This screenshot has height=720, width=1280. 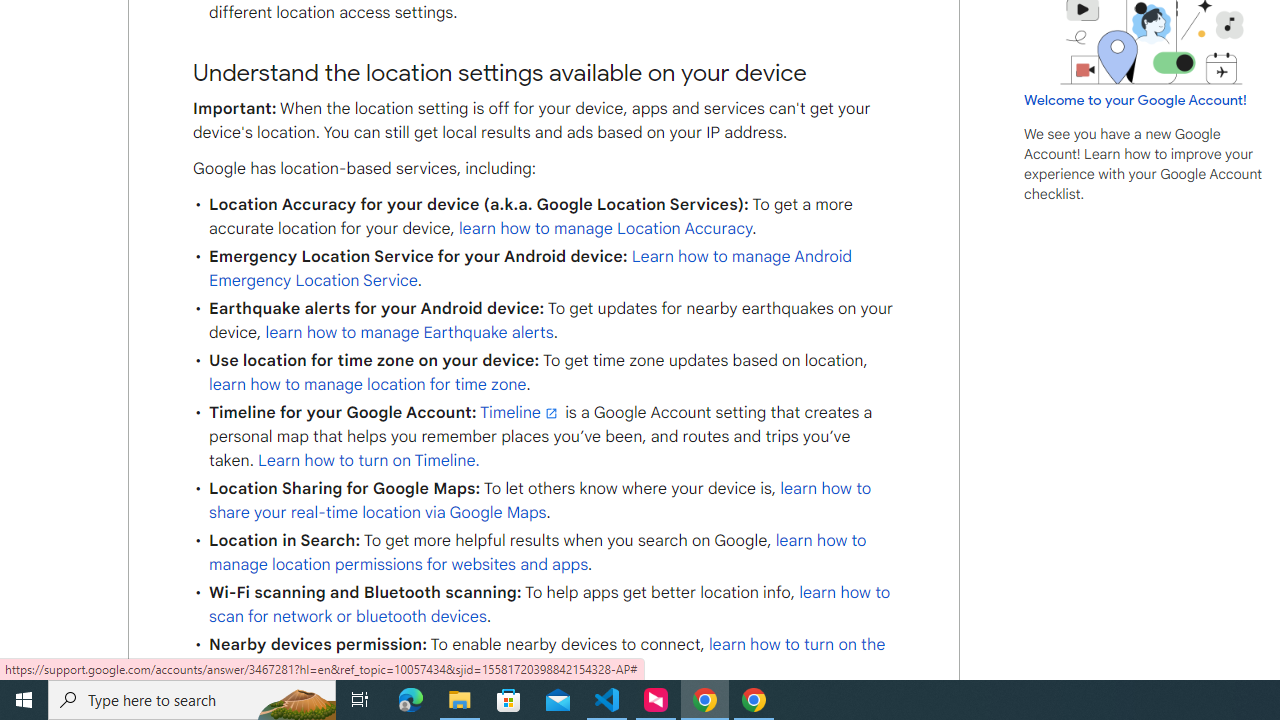 I want to click on 'learn how to turn on the Nearby devices permission', so click(x=547, y=657).